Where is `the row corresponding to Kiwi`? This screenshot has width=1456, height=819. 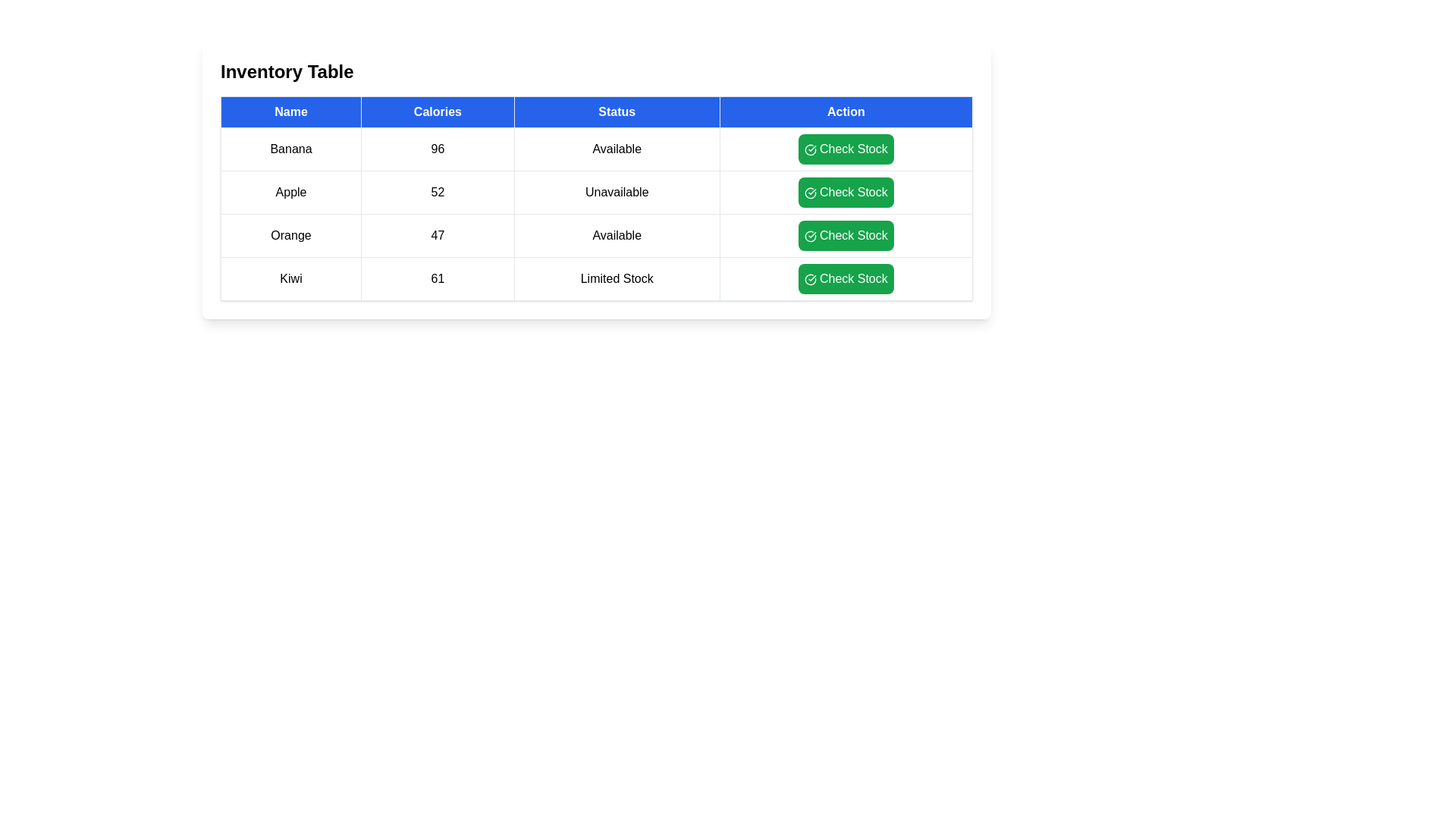 the row corresponding to Kiwi is located at coordinates (596, 278).